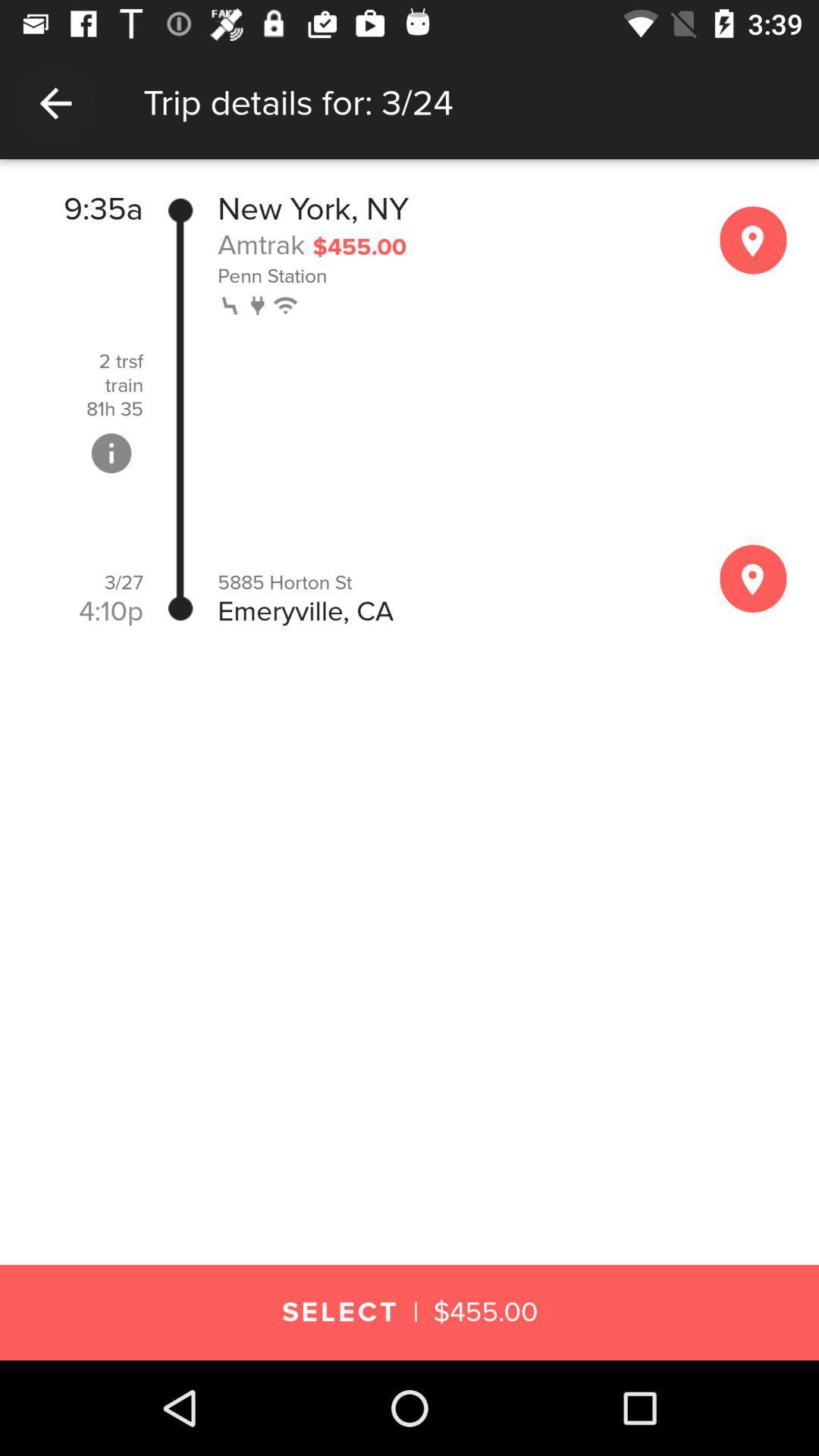 Image resolution: width=819 pixels, height=1456 pixels. Describe the element at coordinates (753, 578) in the screenshot. I see `asking location` at that location.